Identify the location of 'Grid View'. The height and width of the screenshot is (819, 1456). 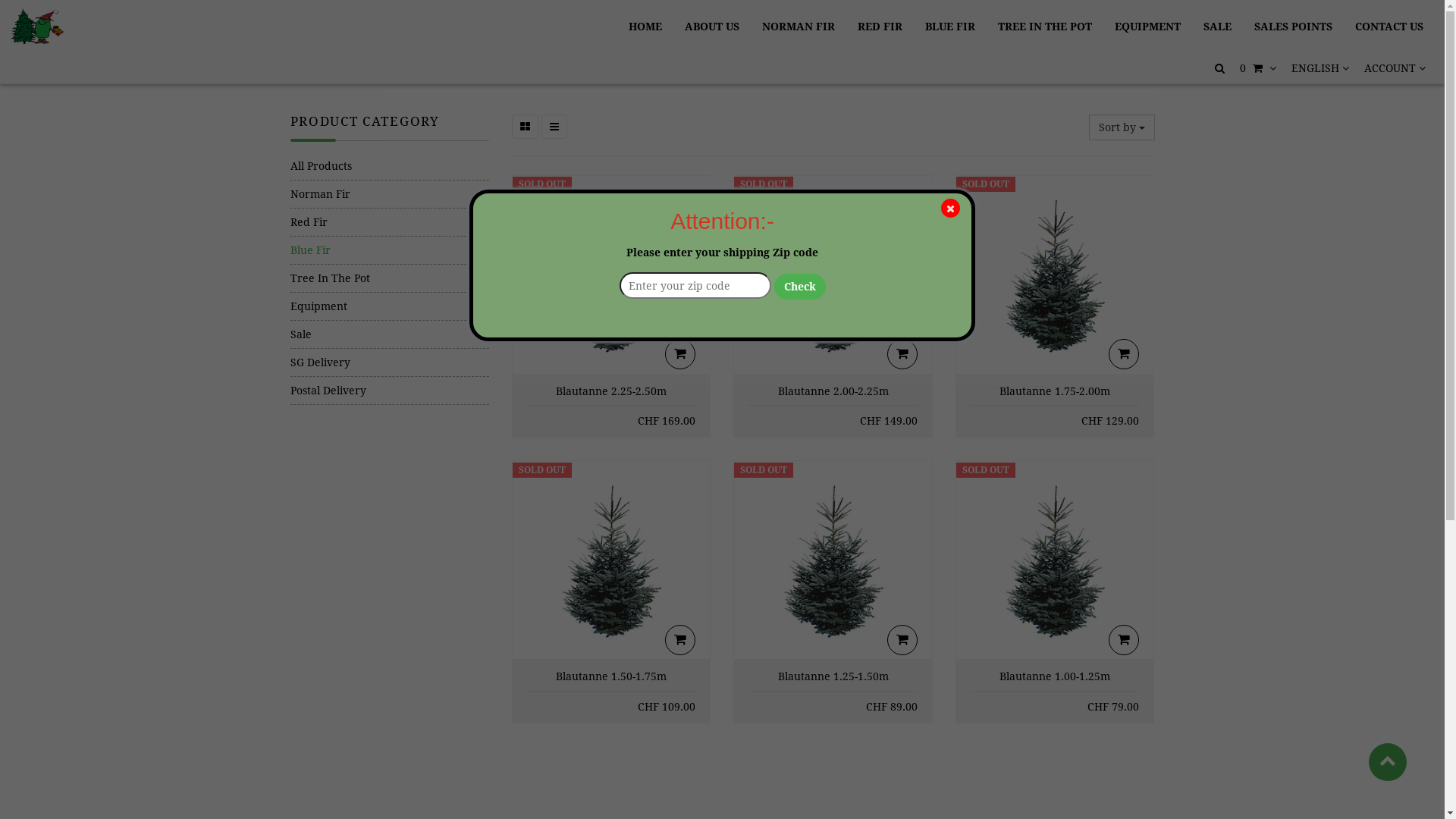
(525, 125).